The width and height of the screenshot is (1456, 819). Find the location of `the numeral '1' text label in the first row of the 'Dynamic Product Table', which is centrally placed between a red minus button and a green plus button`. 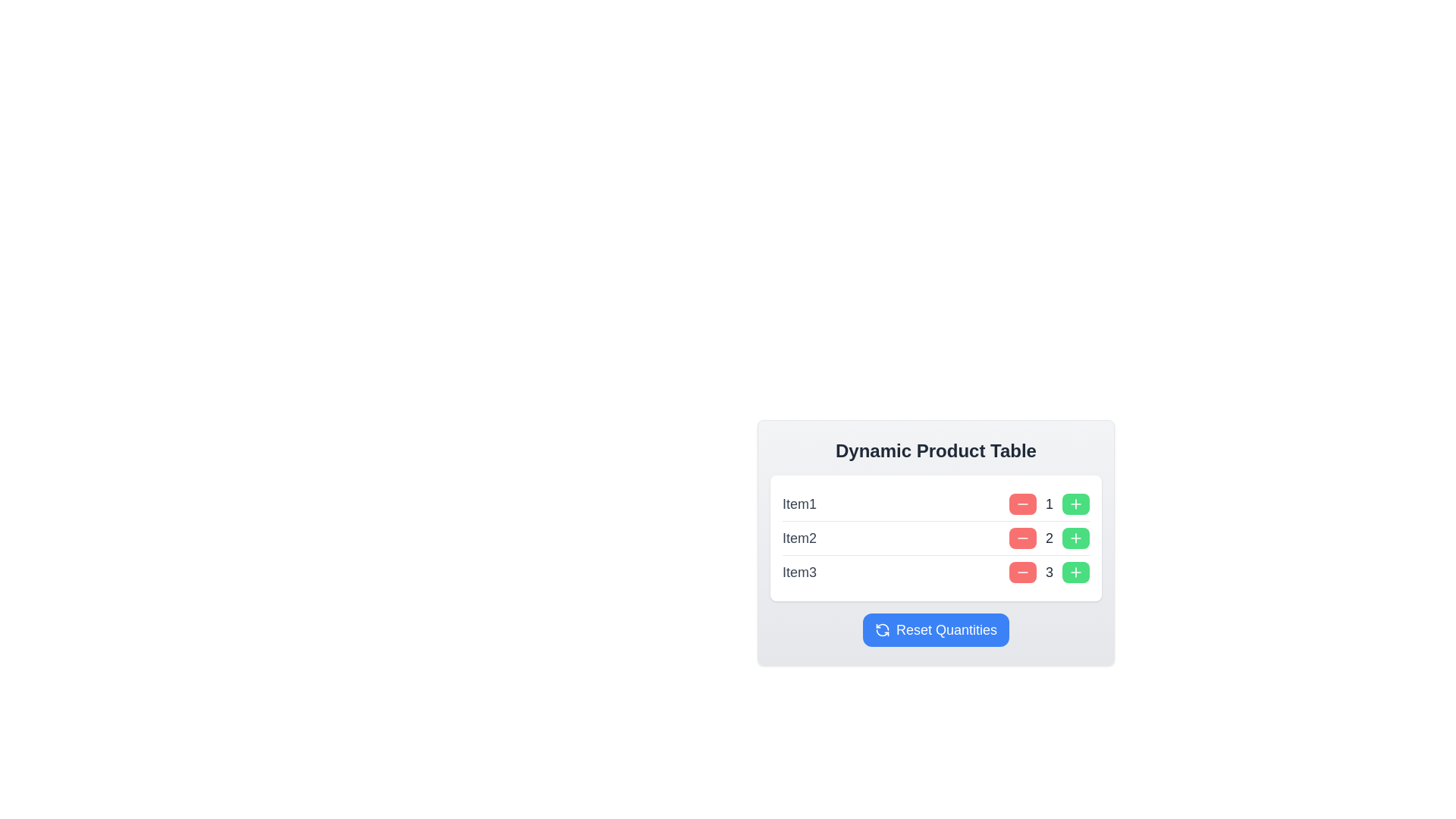

the numeral '1' text label in the first row of the 'Dynamic Product Table', which is centrally placed between a red minus button and a green plus button is located at coordinates (1048, 504).